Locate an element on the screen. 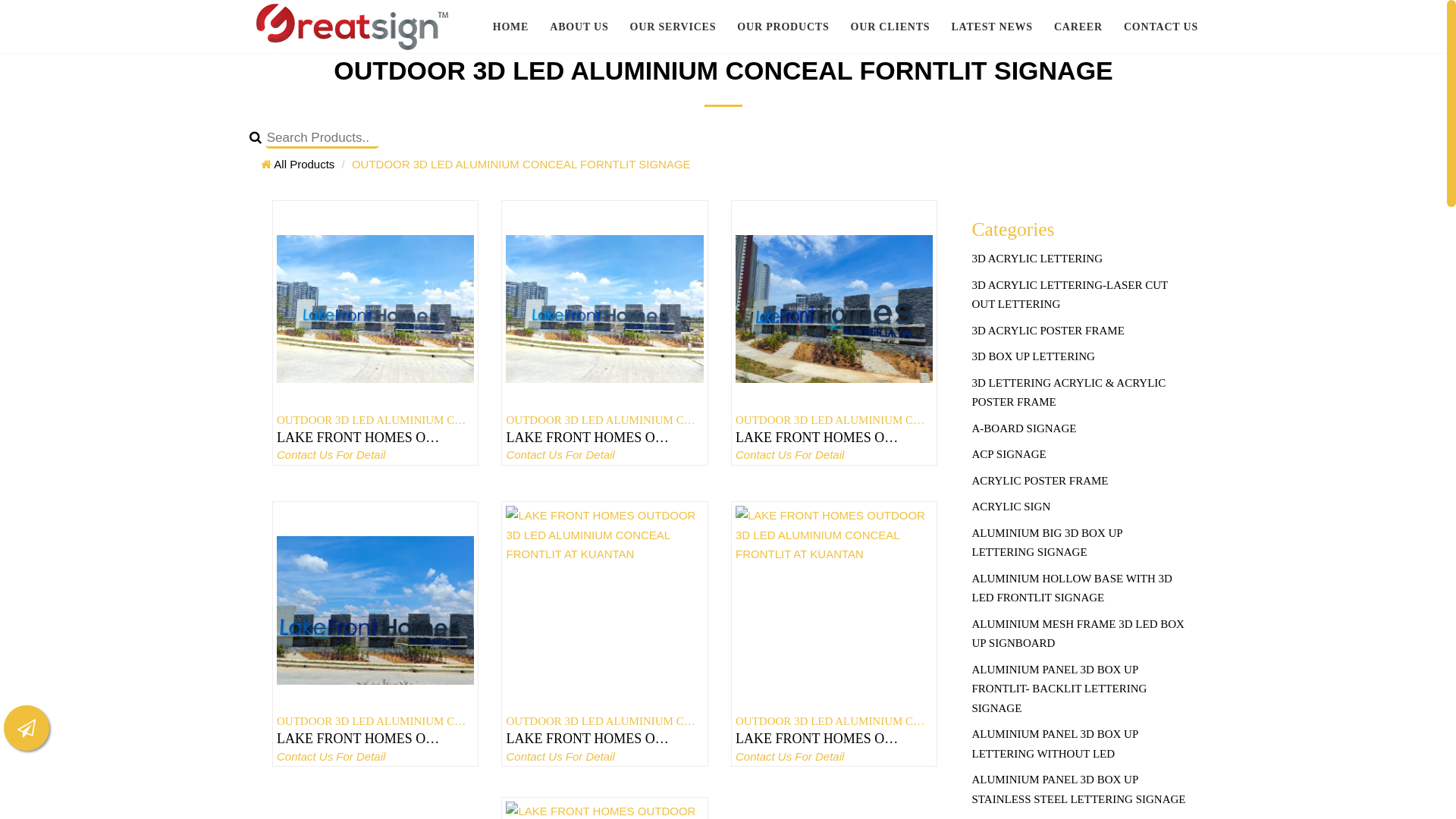 The height and width of the screenshot is (819, 1456). 'CAREER' is located at coordinates (1077, 27).